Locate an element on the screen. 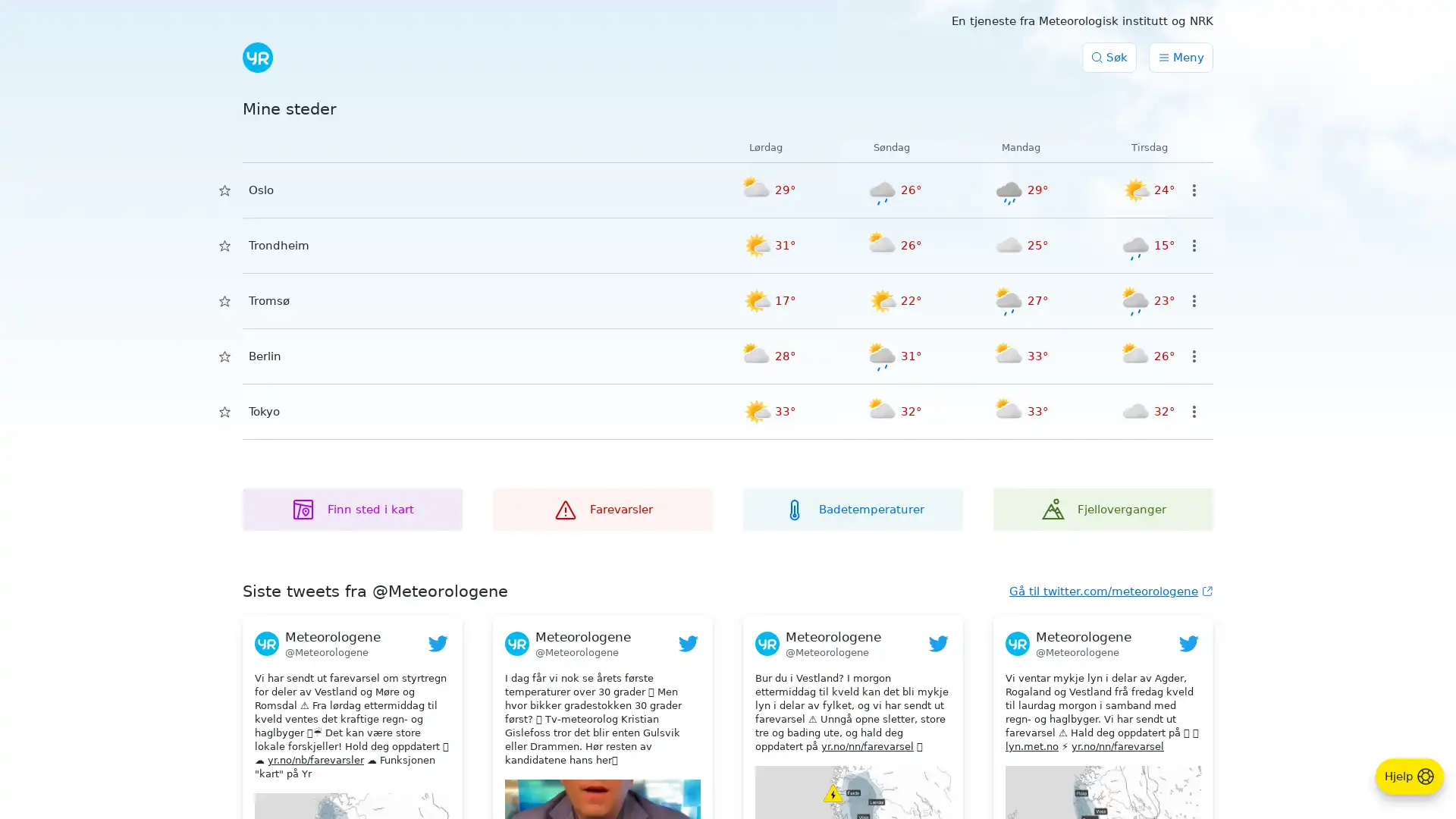 This screenshot has width=1456, height=819. Lagre i Mine steder is located at coordinates (224, 301).